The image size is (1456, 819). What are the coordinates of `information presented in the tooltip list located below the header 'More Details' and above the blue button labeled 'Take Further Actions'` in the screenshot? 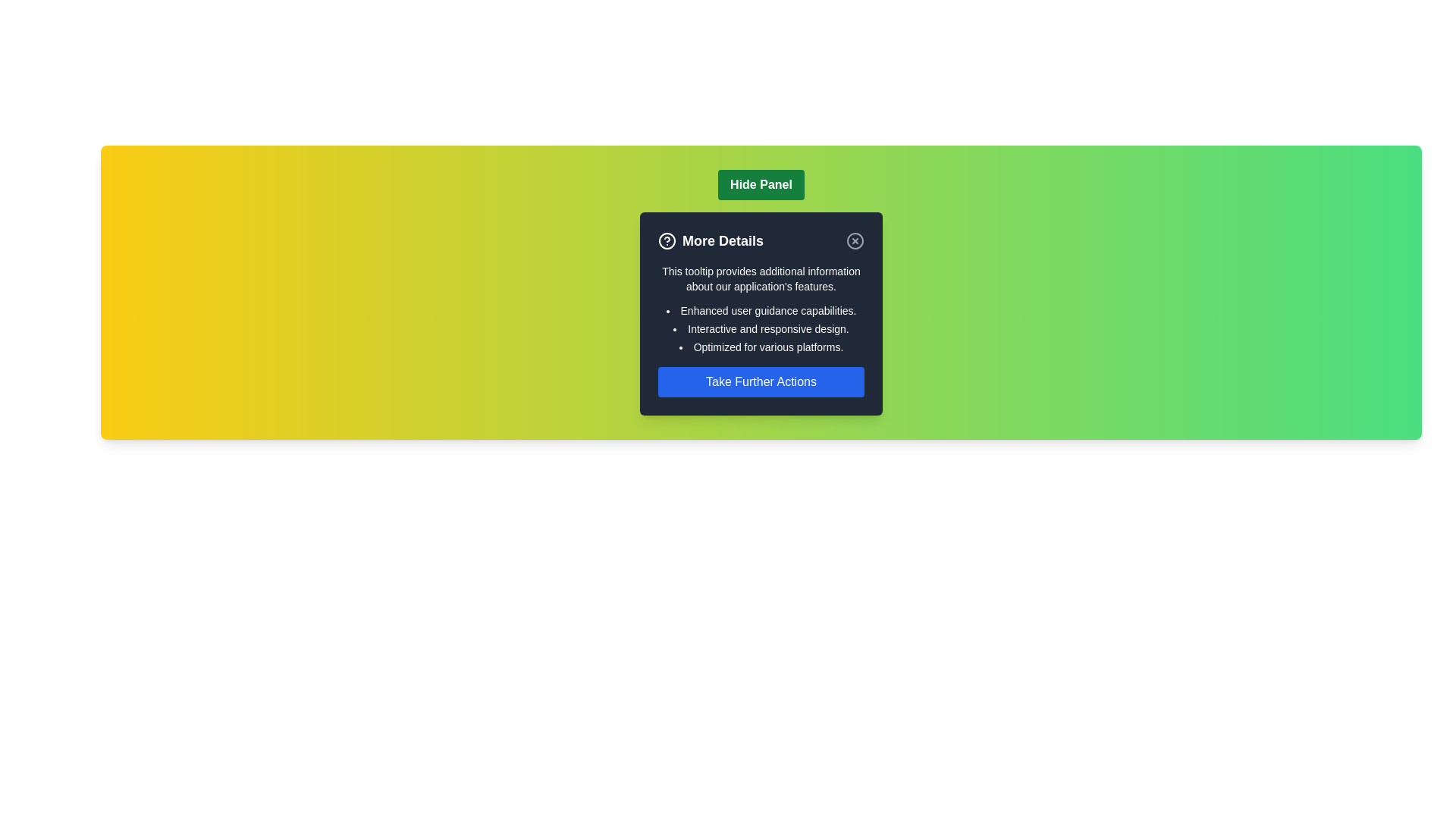 It's located at (761, 328).